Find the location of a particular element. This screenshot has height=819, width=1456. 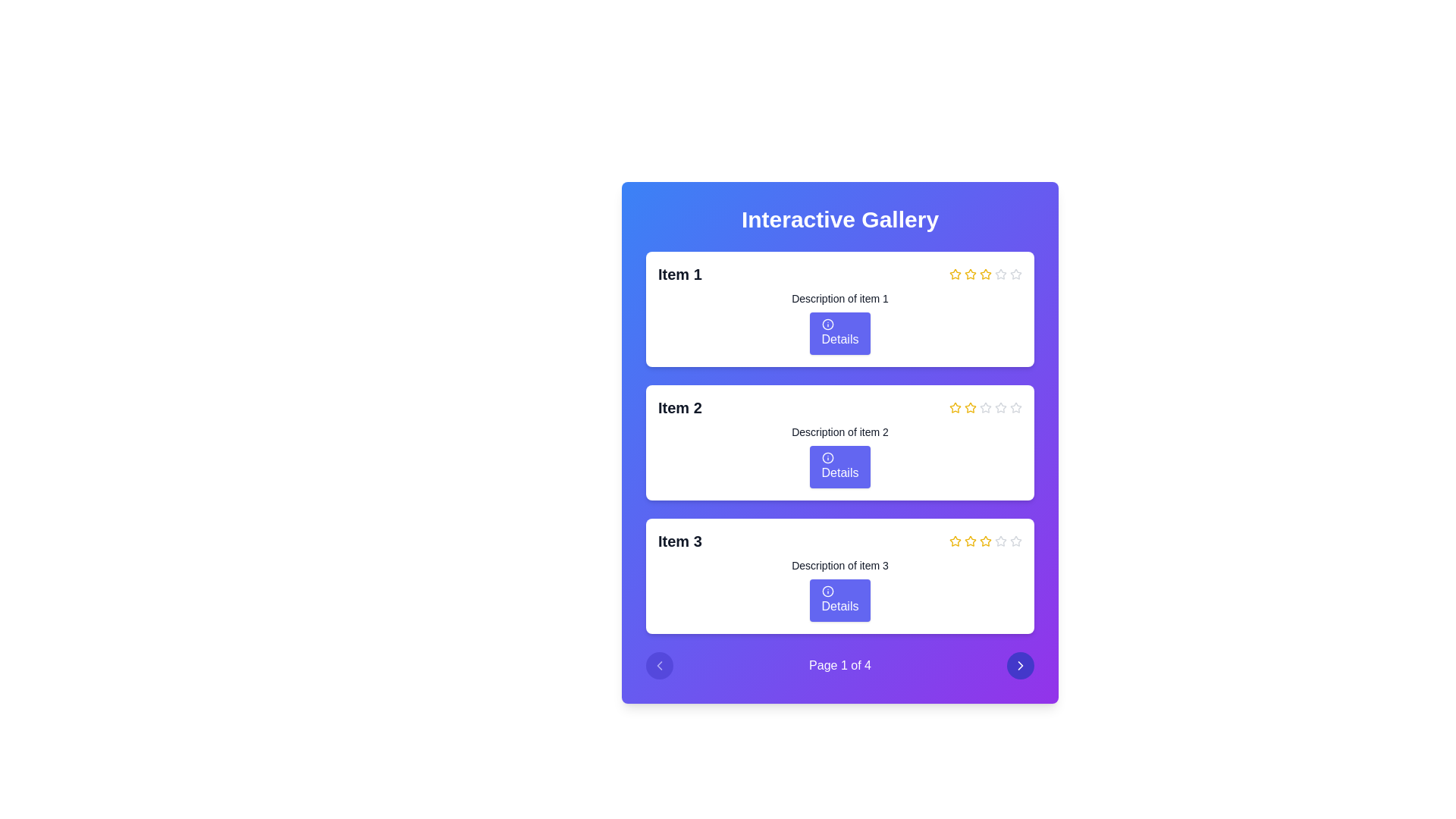

the yellow star icon that is the second in a row of five stars is located at coordinates (954, 406).